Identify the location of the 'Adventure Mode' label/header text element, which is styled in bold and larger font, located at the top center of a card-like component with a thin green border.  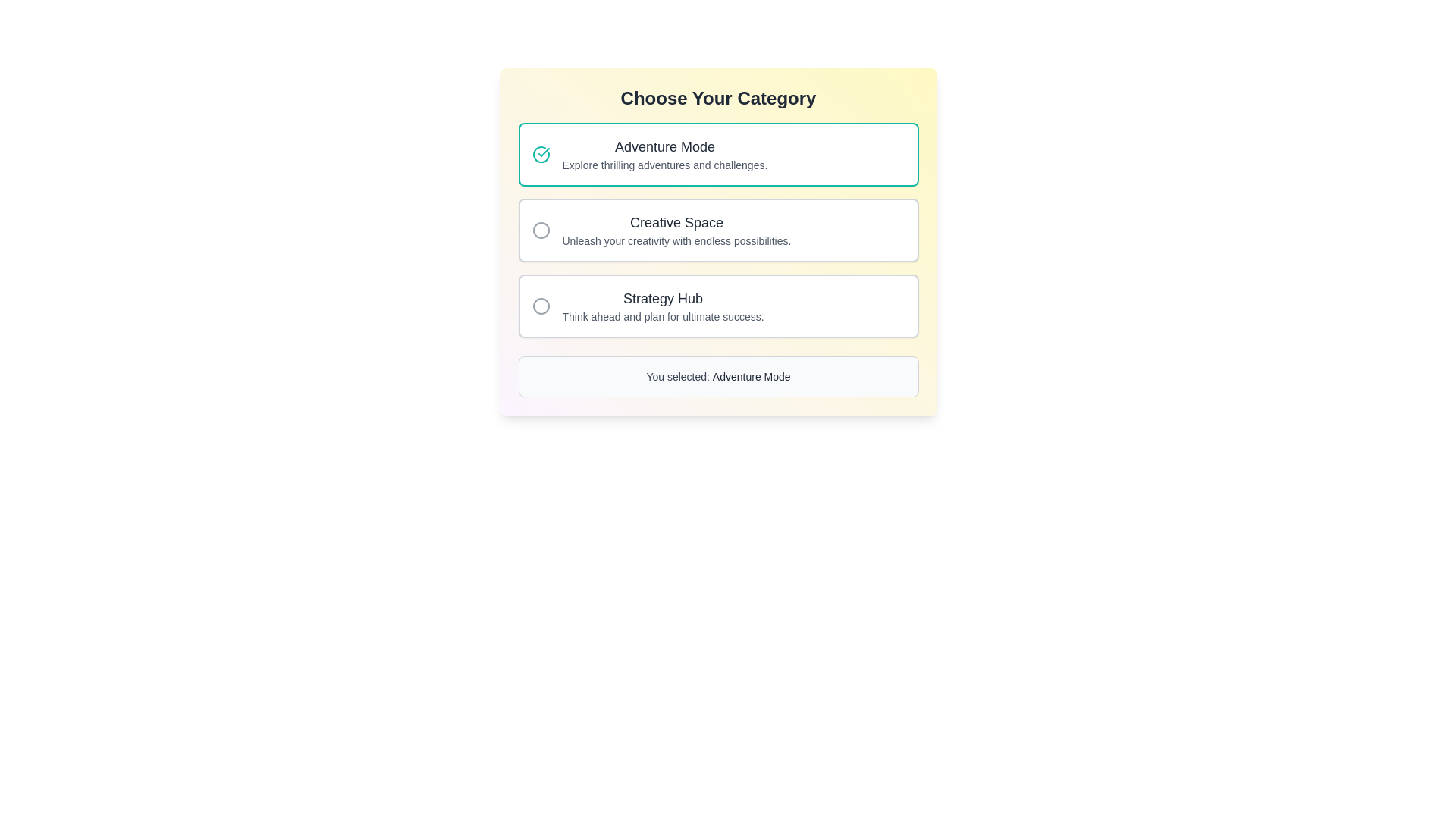
(664, 146).